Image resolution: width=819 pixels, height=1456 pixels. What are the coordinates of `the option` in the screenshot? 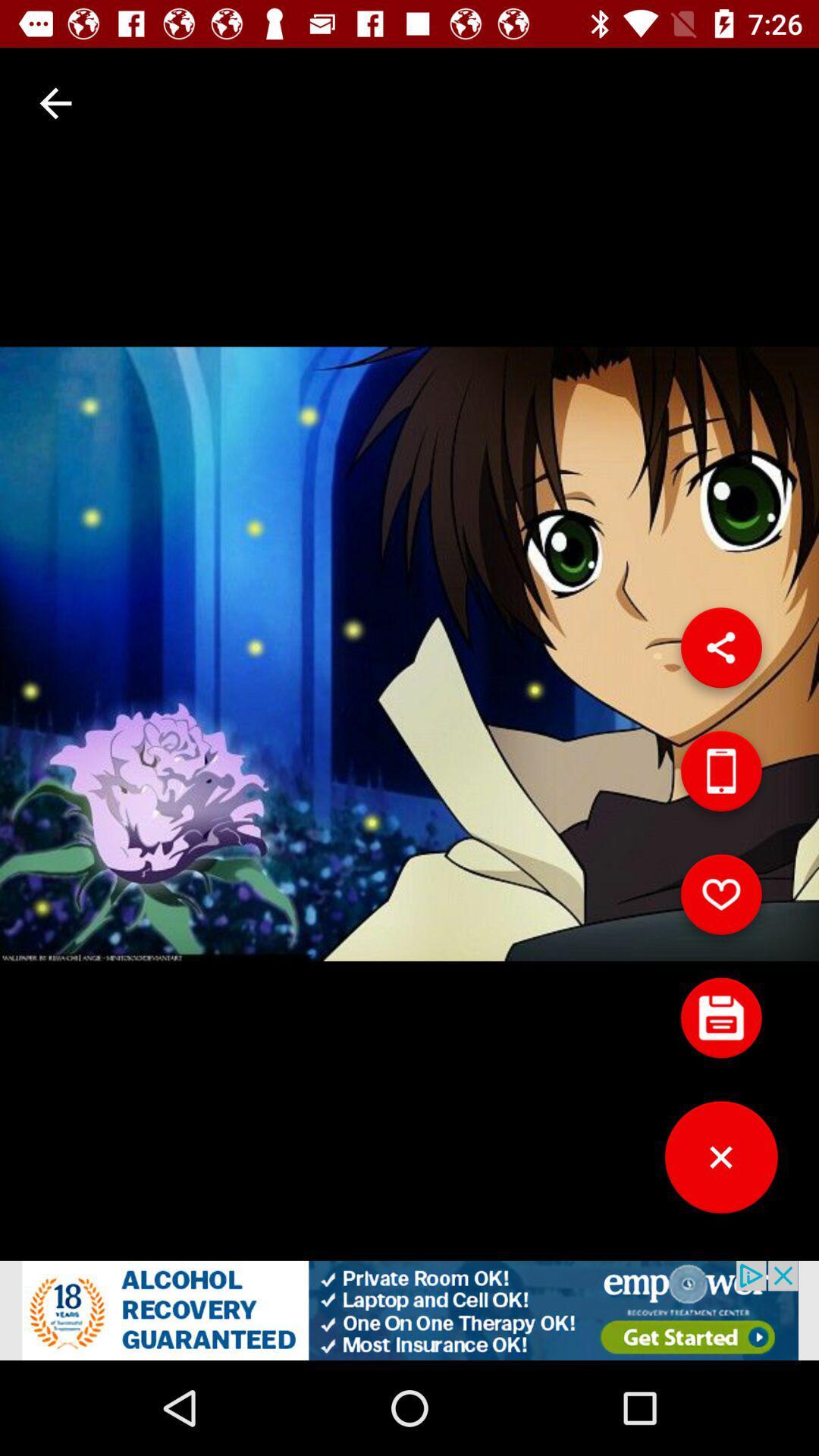 It's located at (409, 1310).